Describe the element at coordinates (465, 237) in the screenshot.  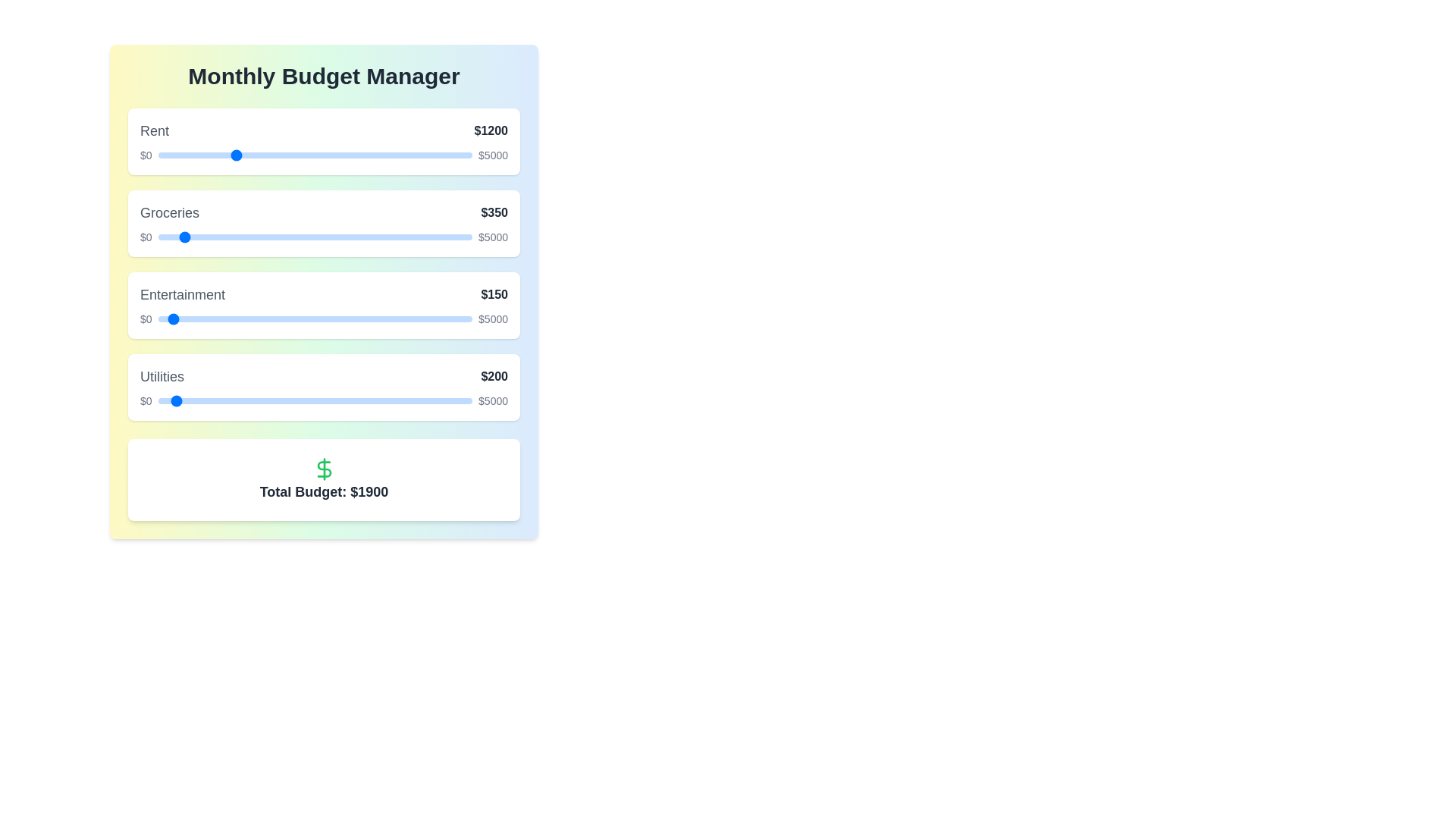
I see `the groceries budget slider` at that location.